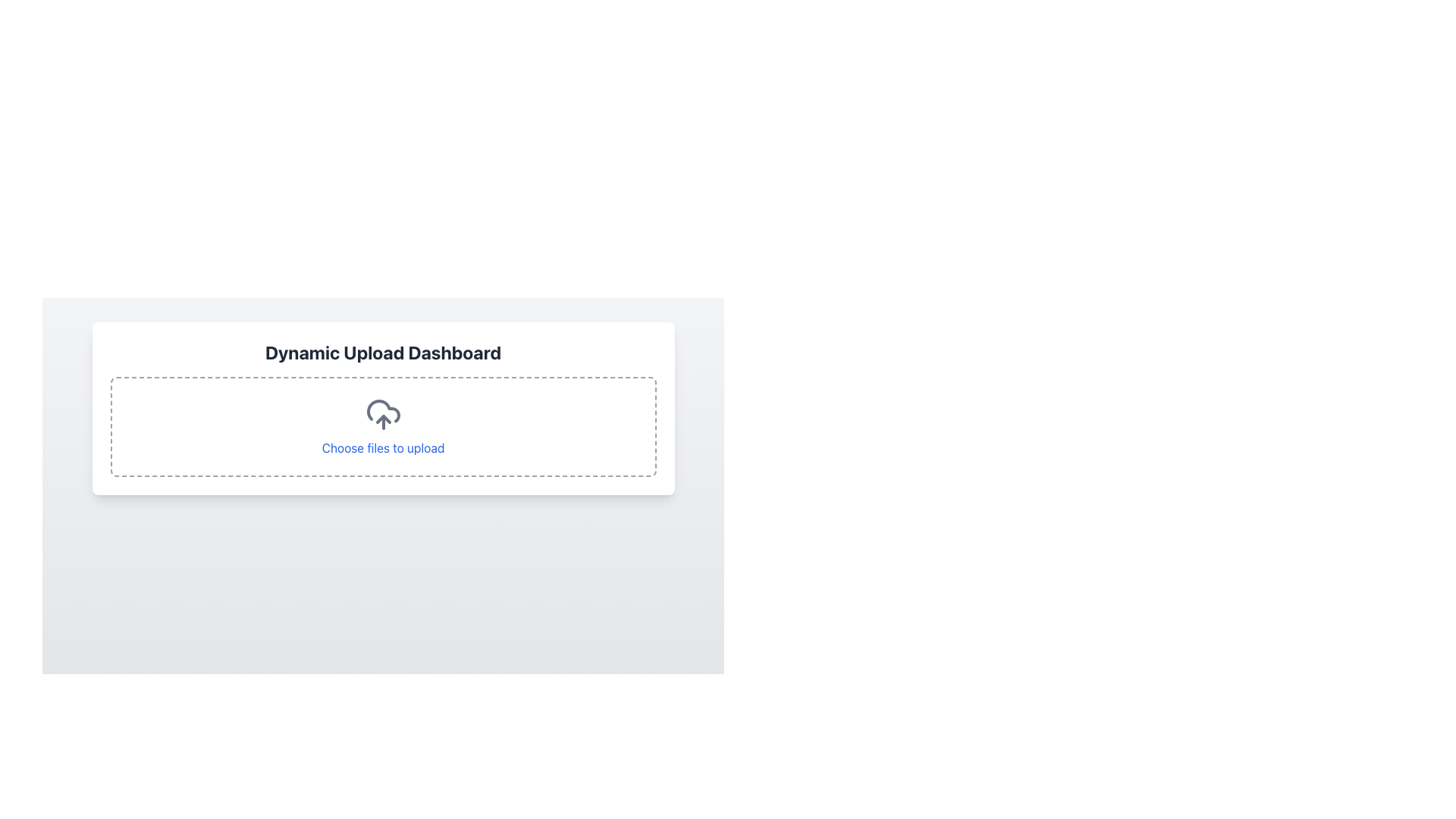  Describe the element at coordinates (383, 415) in the screenshot. I see `the decorative file upload icon located within the dashed bordered area, which is situated below the 'Dynamic Upload Dashboard' title and above the 'Choose files to upload' text` at that location.